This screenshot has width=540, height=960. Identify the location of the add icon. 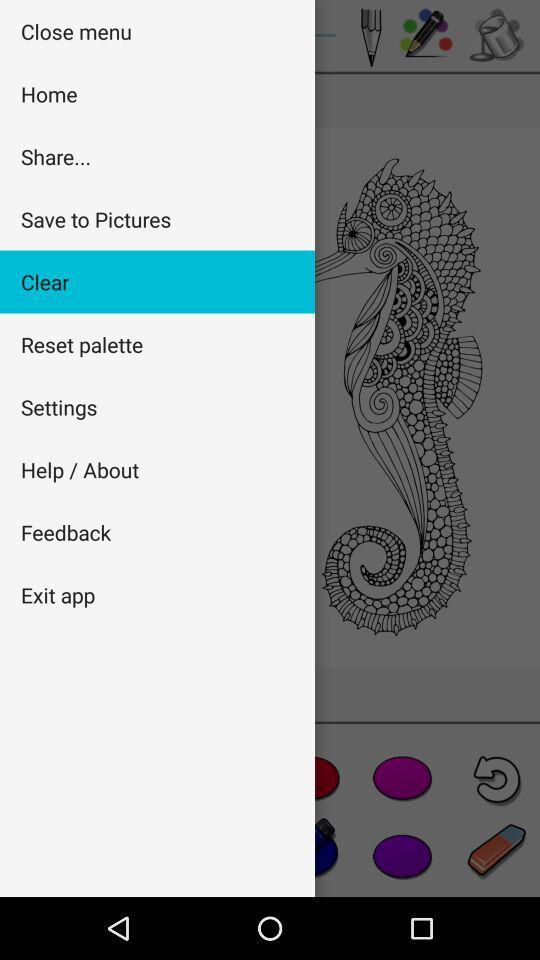
(402, 776).